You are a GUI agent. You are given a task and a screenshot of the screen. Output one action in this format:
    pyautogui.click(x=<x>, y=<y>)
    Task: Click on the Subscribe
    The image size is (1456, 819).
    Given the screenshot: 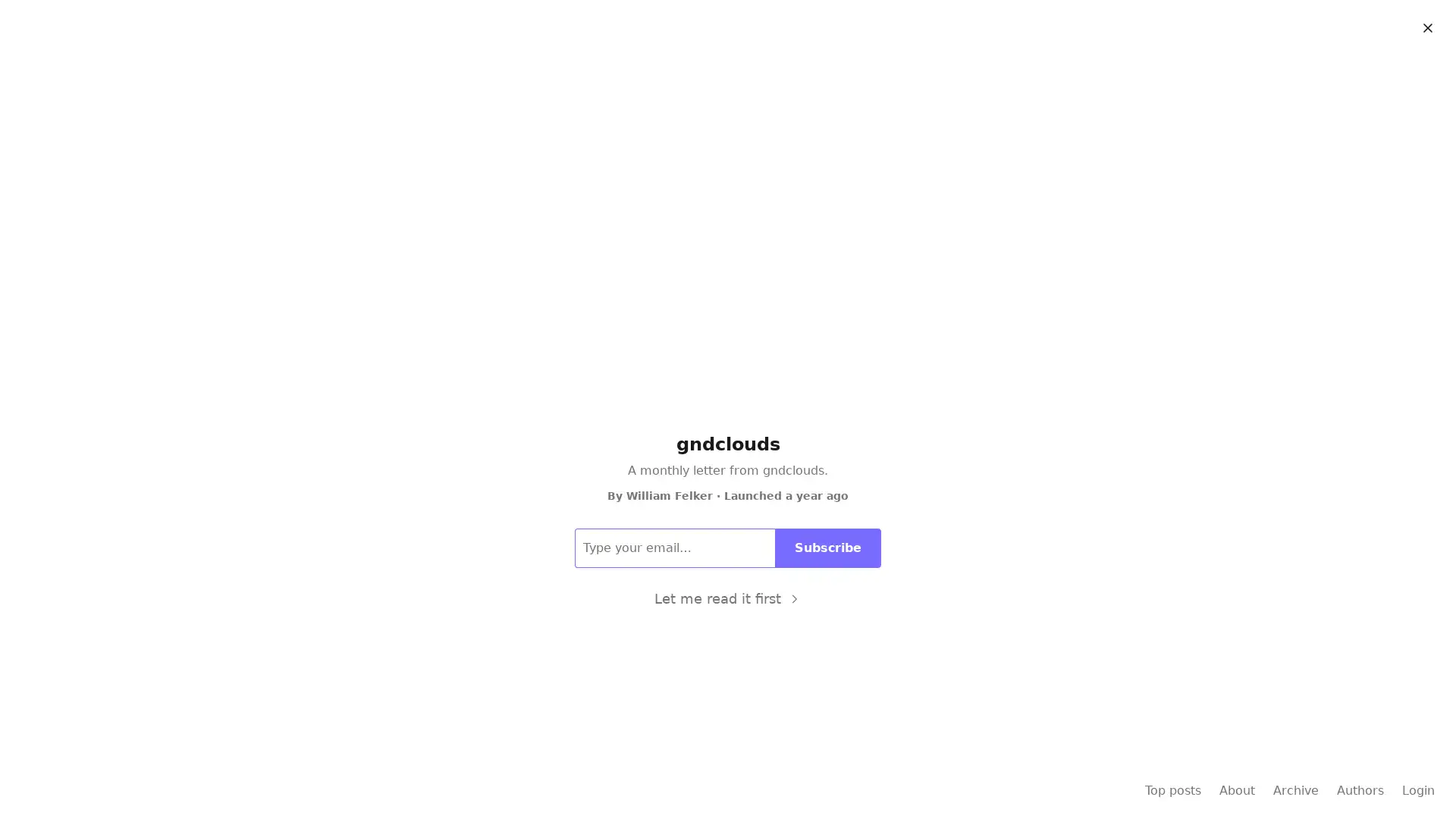 What is the action you would take?
    pyautogui.click(x=827, y=547)
    